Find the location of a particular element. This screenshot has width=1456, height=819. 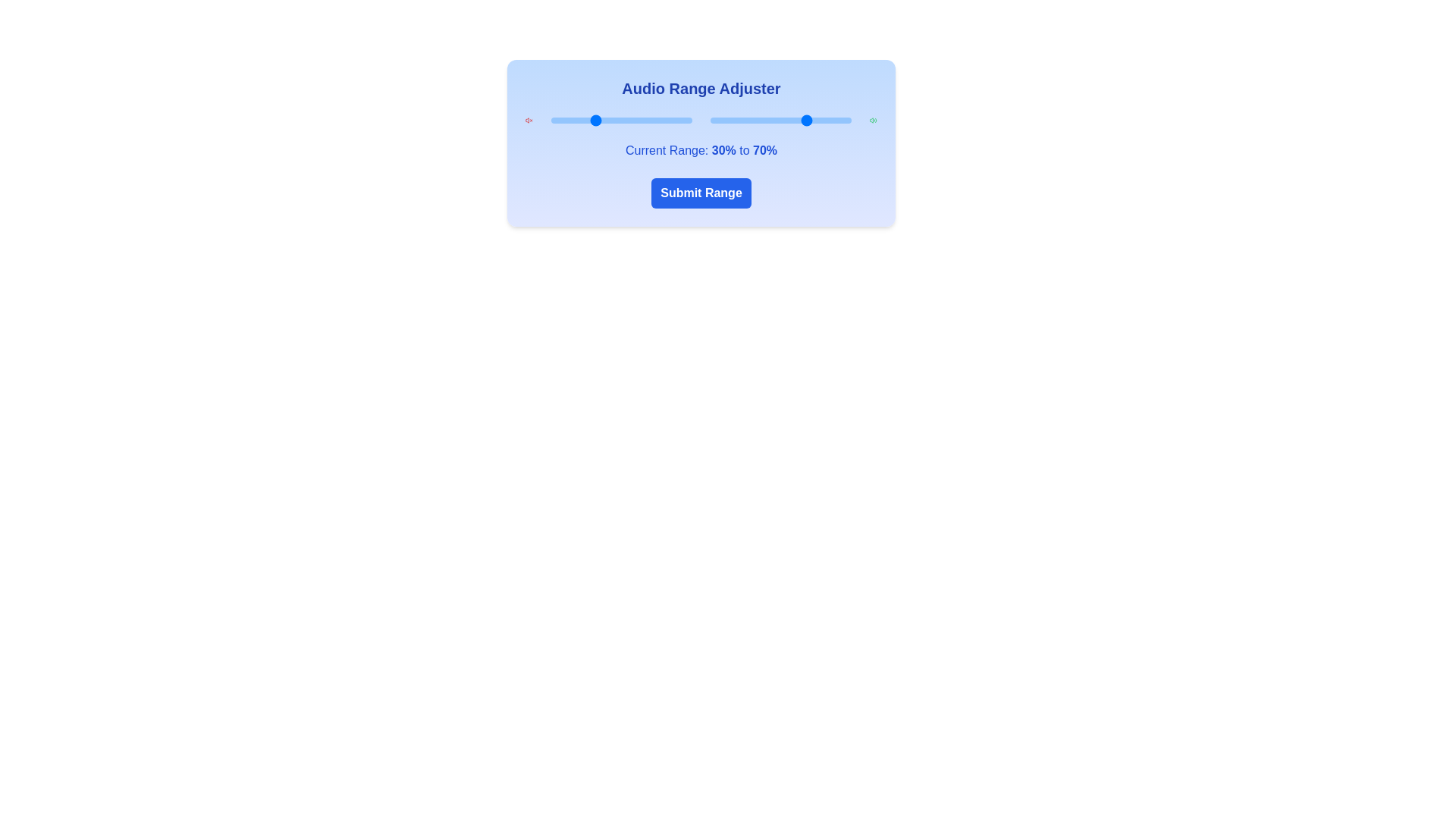

text that conveys the lower bound of the current range, which is '30%' in the text 'Current Range: 30% to 70%' is located at coordinates (723, 150).